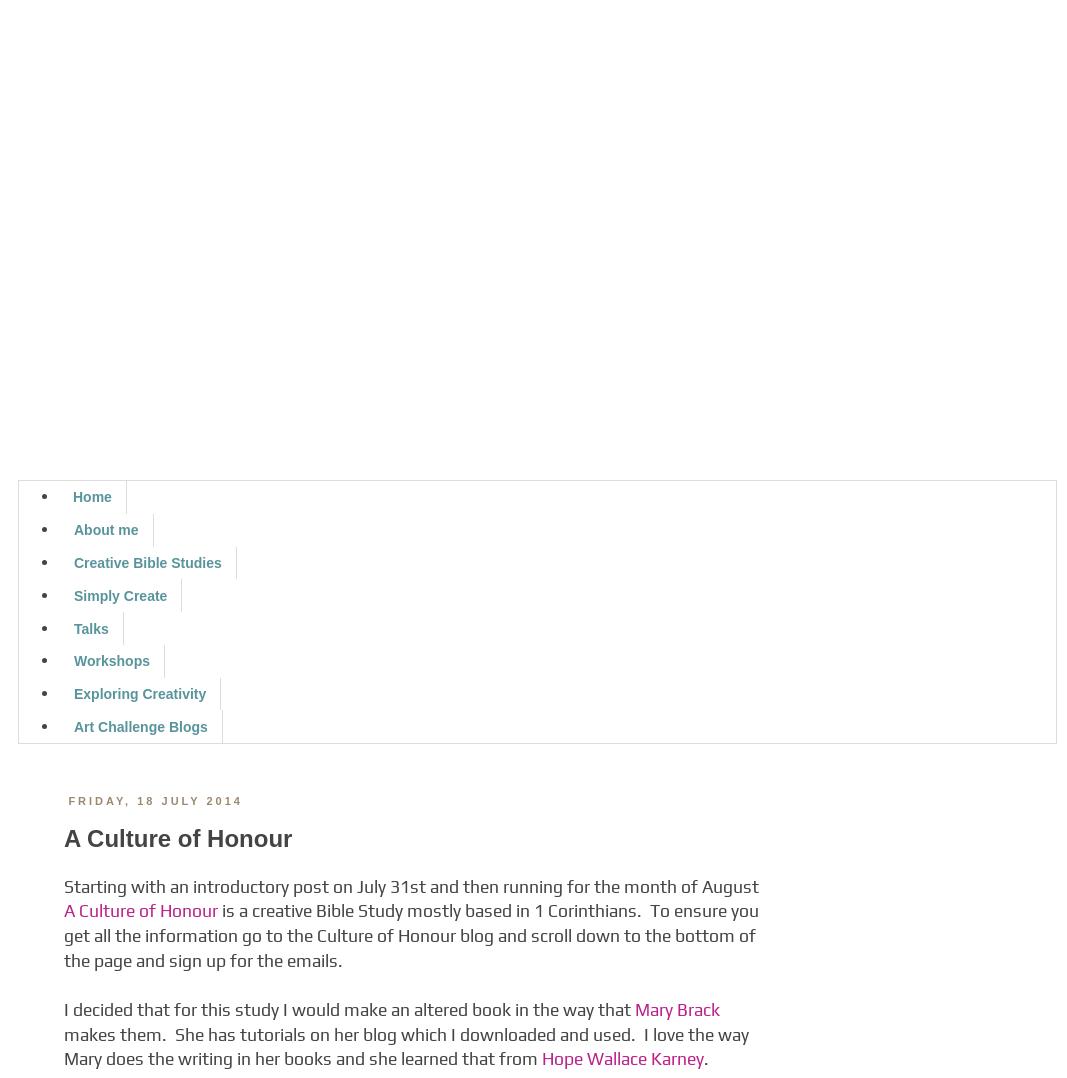 Image resolution: width=1067 pixels, height=1078 pixels. I want to click on 'Workshops', so click(110, 661).